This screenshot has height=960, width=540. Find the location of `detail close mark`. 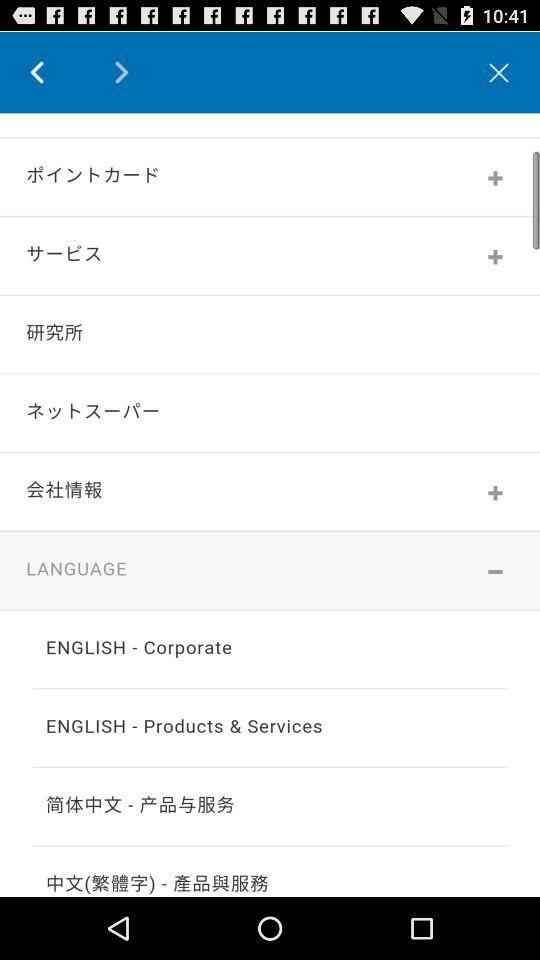

detail close mark is located at coordinates (498, 72).